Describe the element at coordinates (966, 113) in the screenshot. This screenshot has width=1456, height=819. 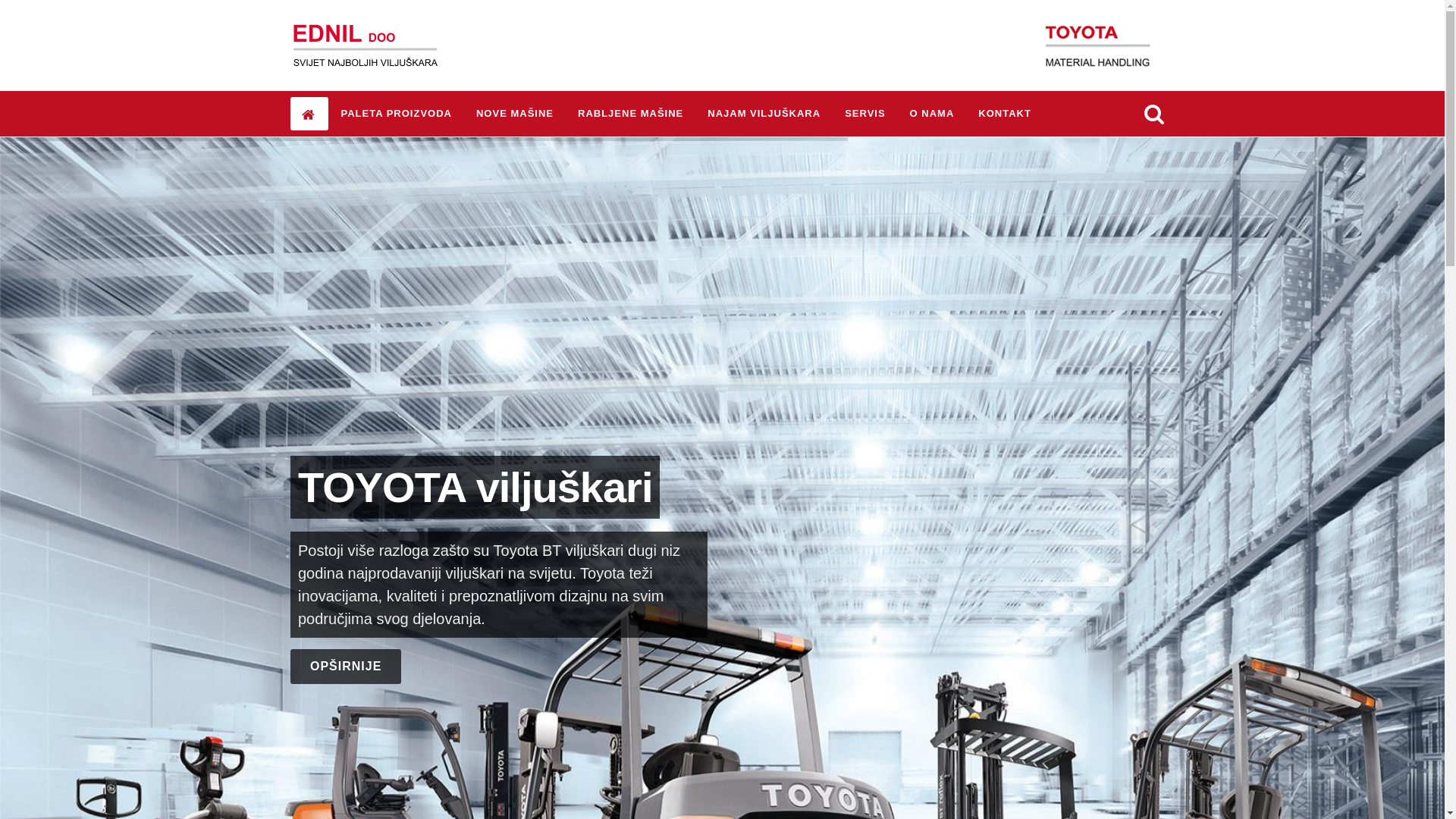
I see `'KONTAKT'` at that location.